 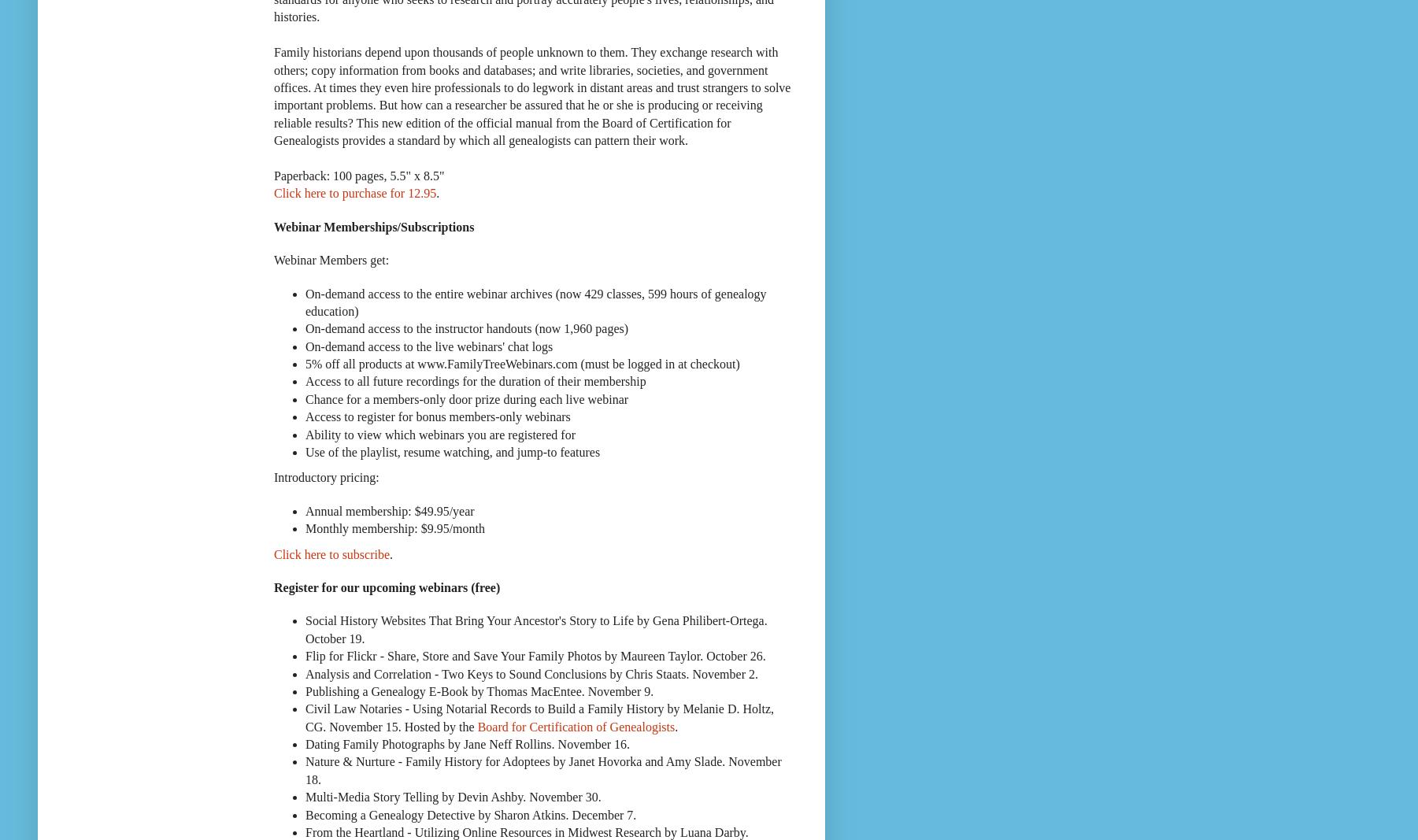 What do you see at coordinates (467, 398) in the screenshot?
I see `'Chance for a members-only door prize during each live webinar'` at bounding box center [467, 398].